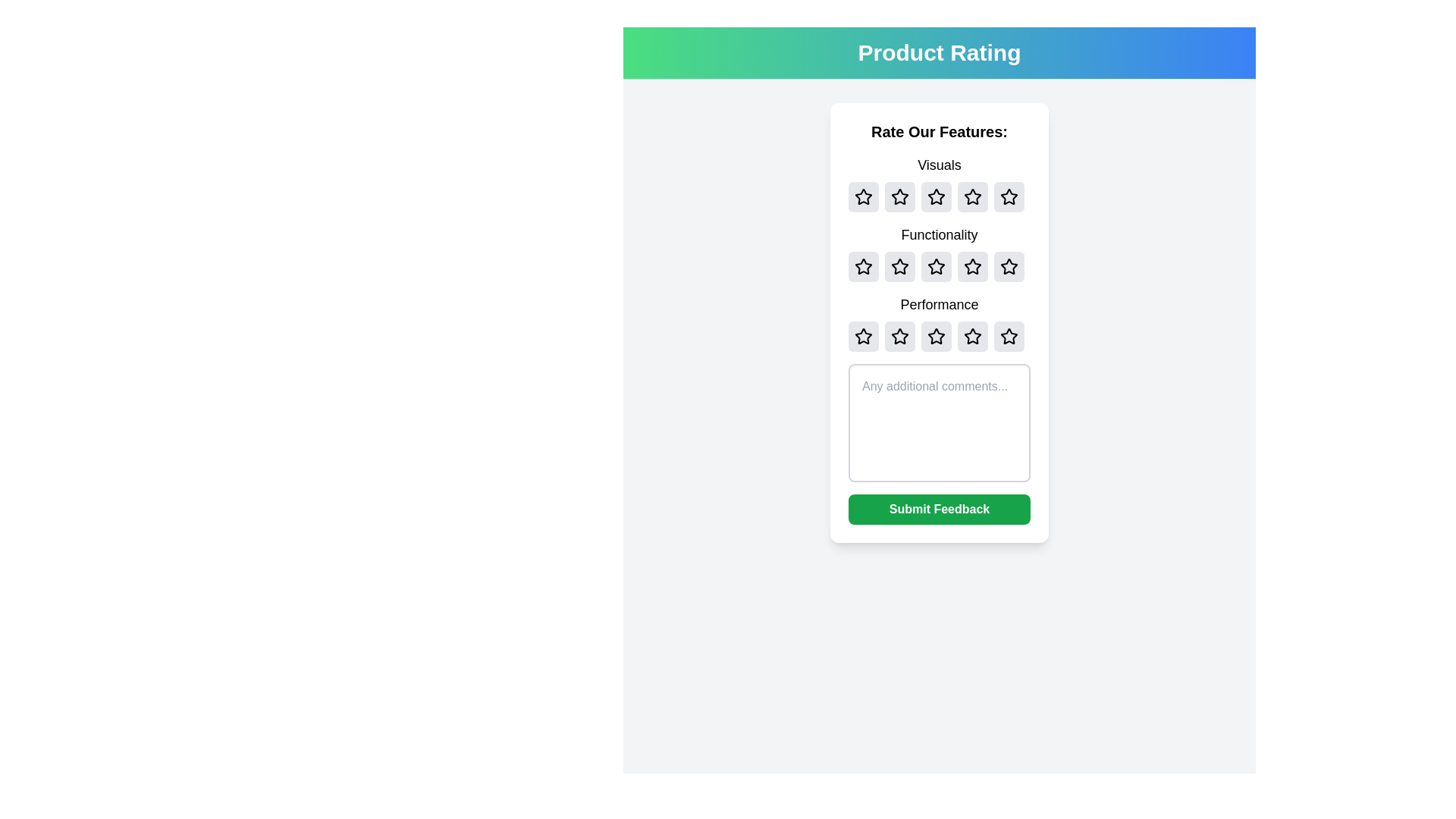 This screenshot has height=819, width=1456. Describe the element at coordinates (899, 196) in the screenshot. I see `the second button from the left in the 'Visuals' rating row, which has a gray background and a black outlined star symbol` at that location.